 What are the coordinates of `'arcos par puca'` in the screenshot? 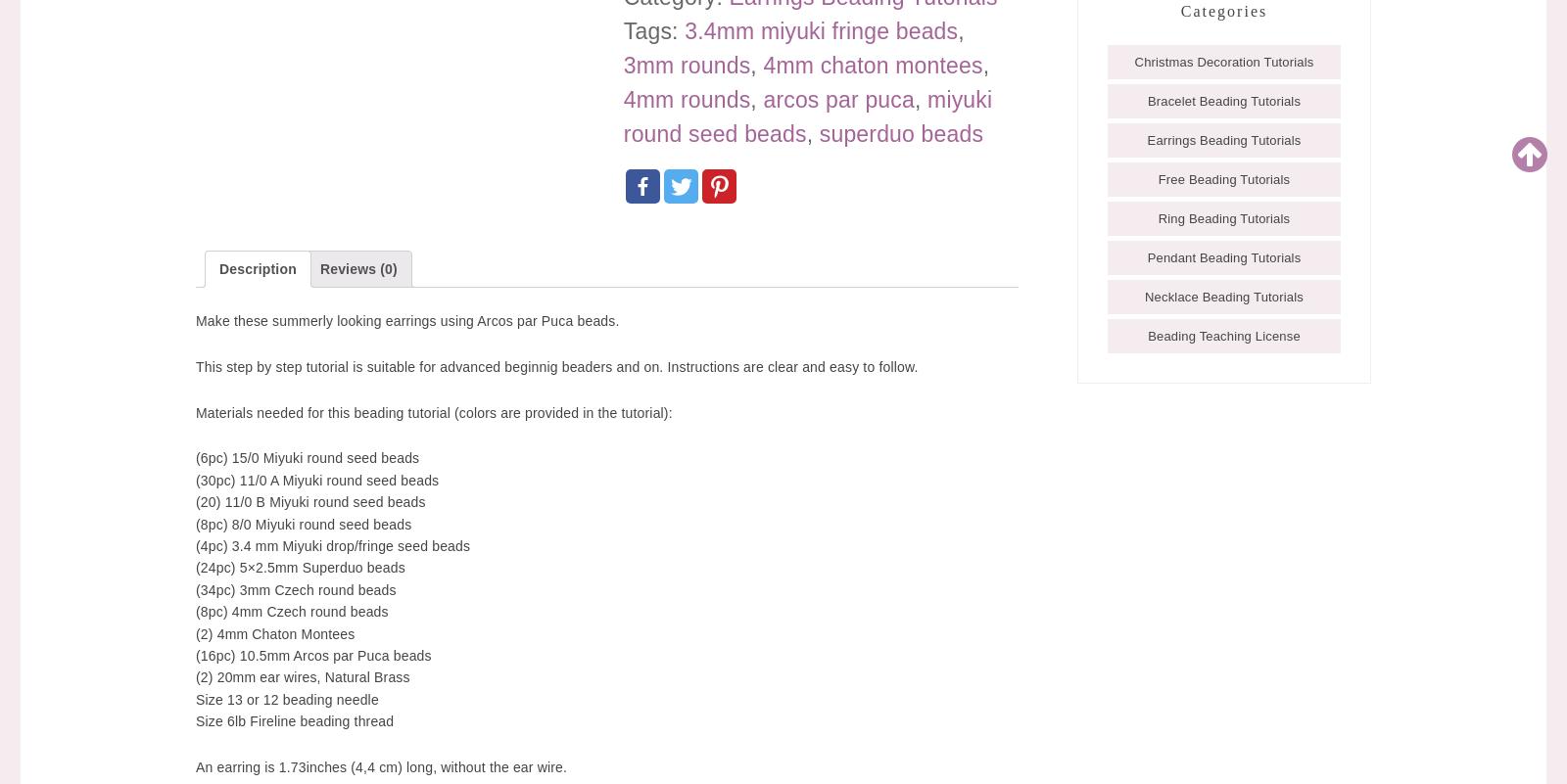 It's located at (837, 99).